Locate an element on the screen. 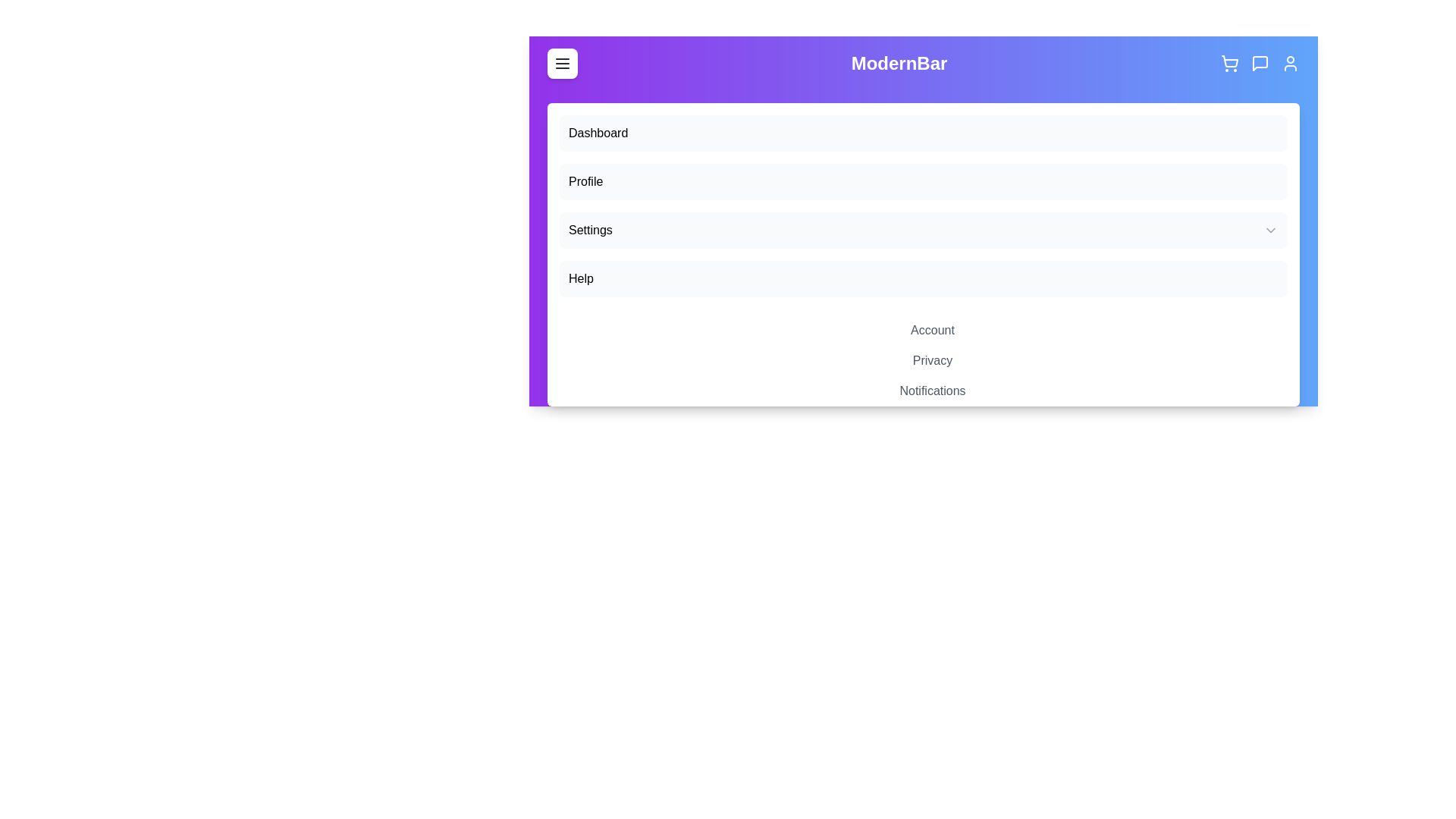  the menu item labeled 'Profile' in the navigation list is located at coordinates (923, 180).